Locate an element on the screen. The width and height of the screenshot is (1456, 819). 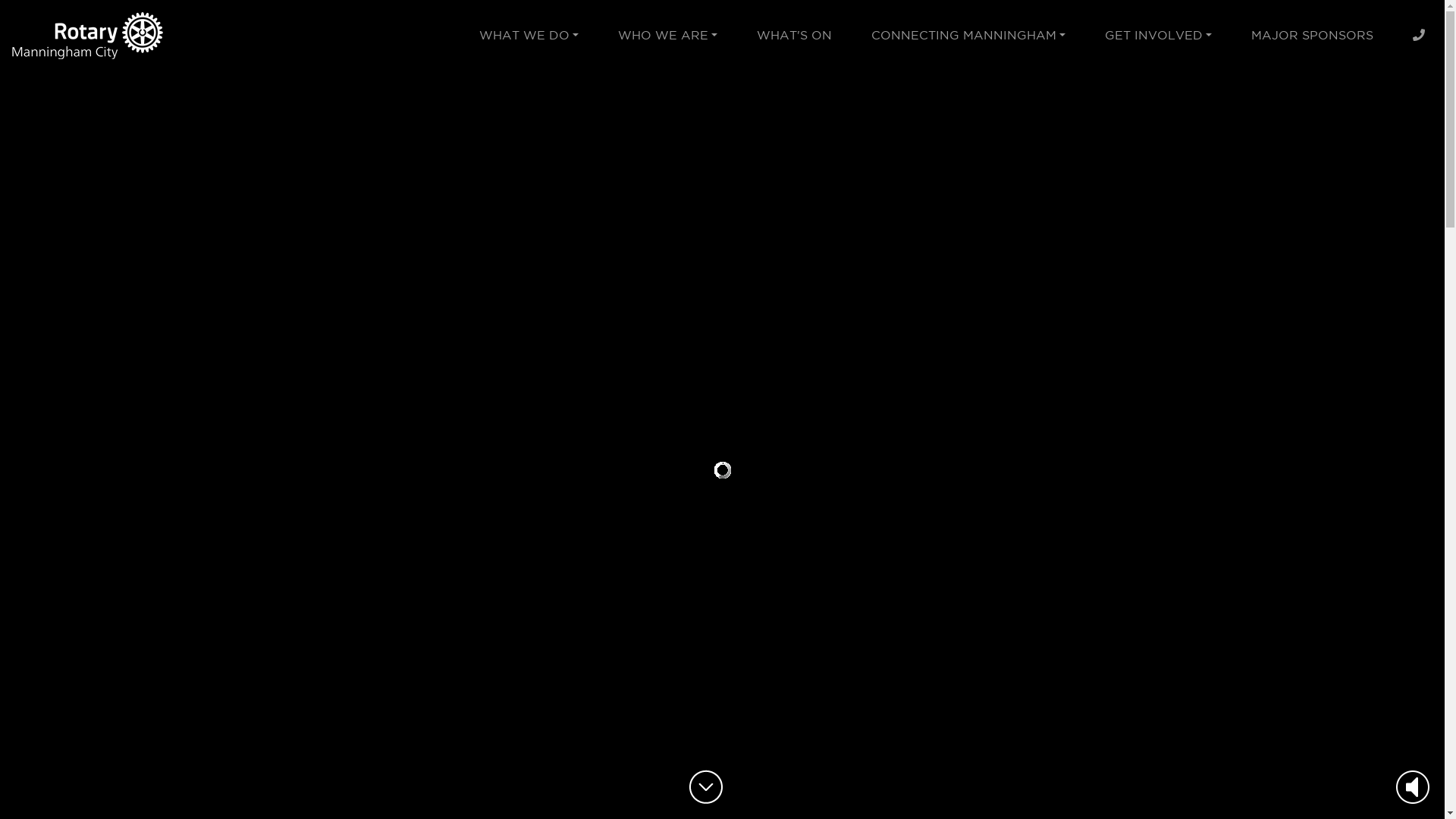
'CONNECTING MANNINGHAM' is located at coordinates (967, 37).